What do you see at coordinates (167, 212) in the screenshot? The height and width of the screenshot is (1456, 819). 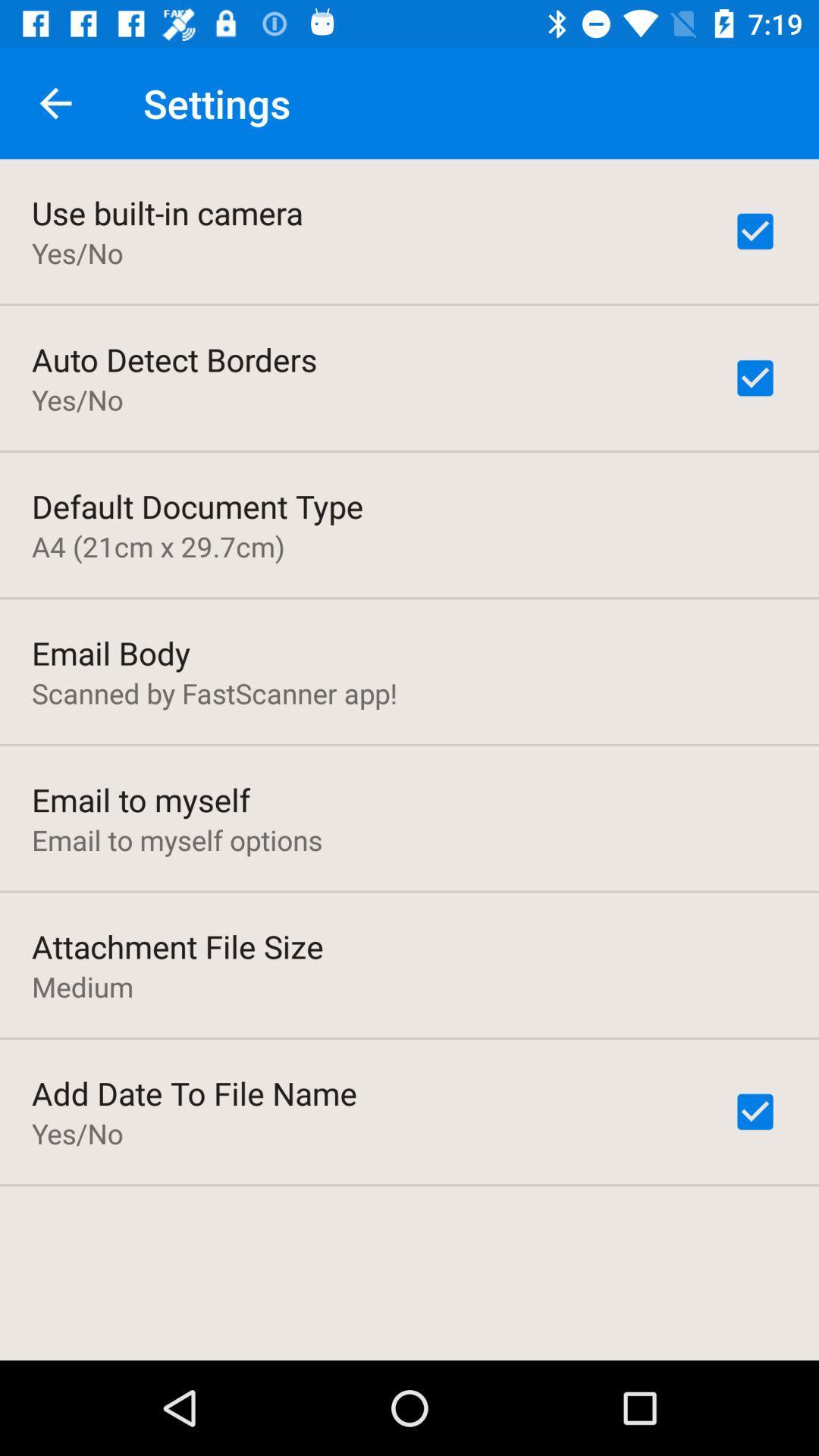 I see `item above the yes/no item` at bounding box center [167, 212].